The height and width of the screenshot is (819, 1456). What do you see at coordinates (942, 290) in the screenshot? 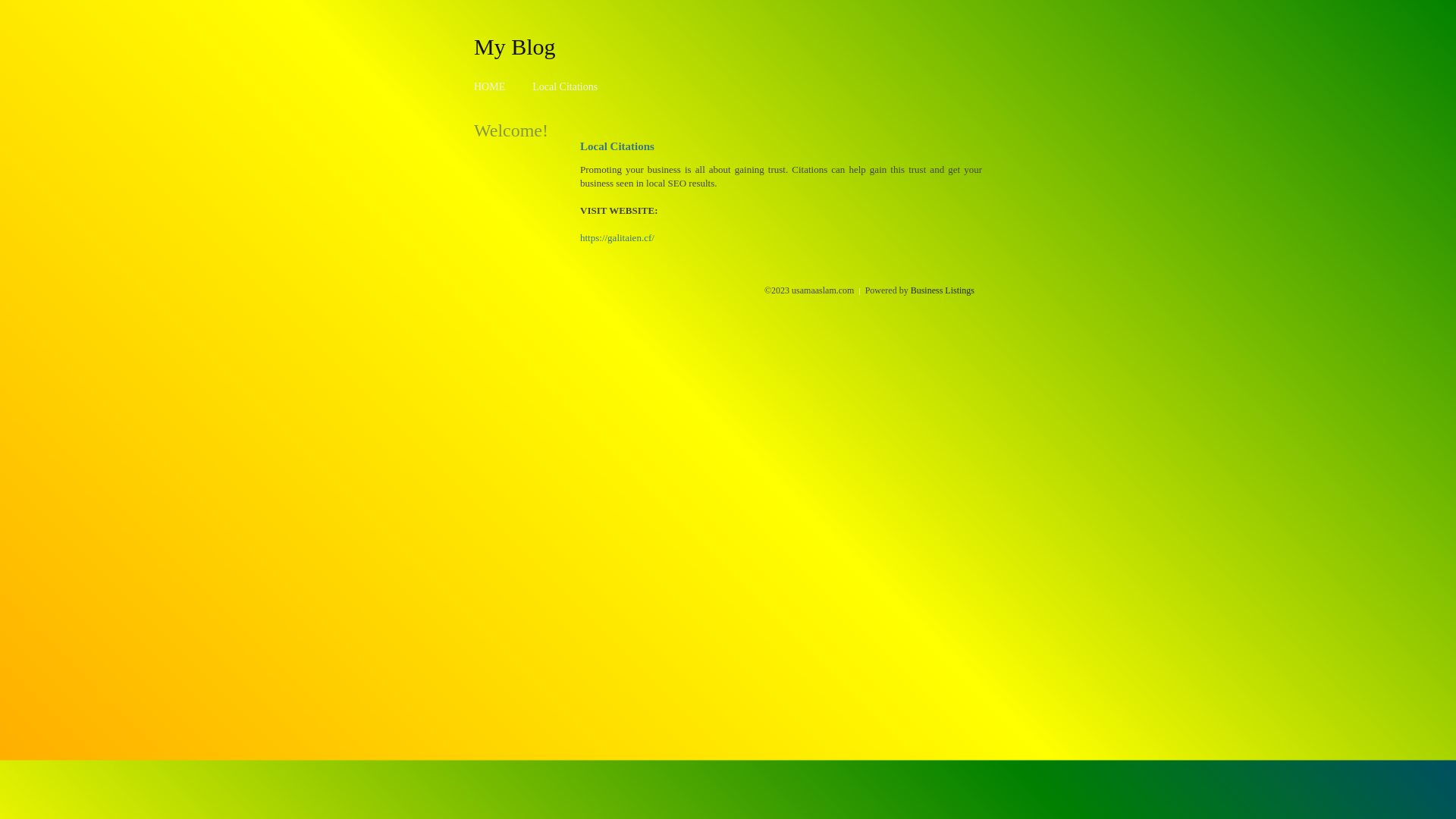
I see `'Business Listings'` at bounding box center [942, 290].